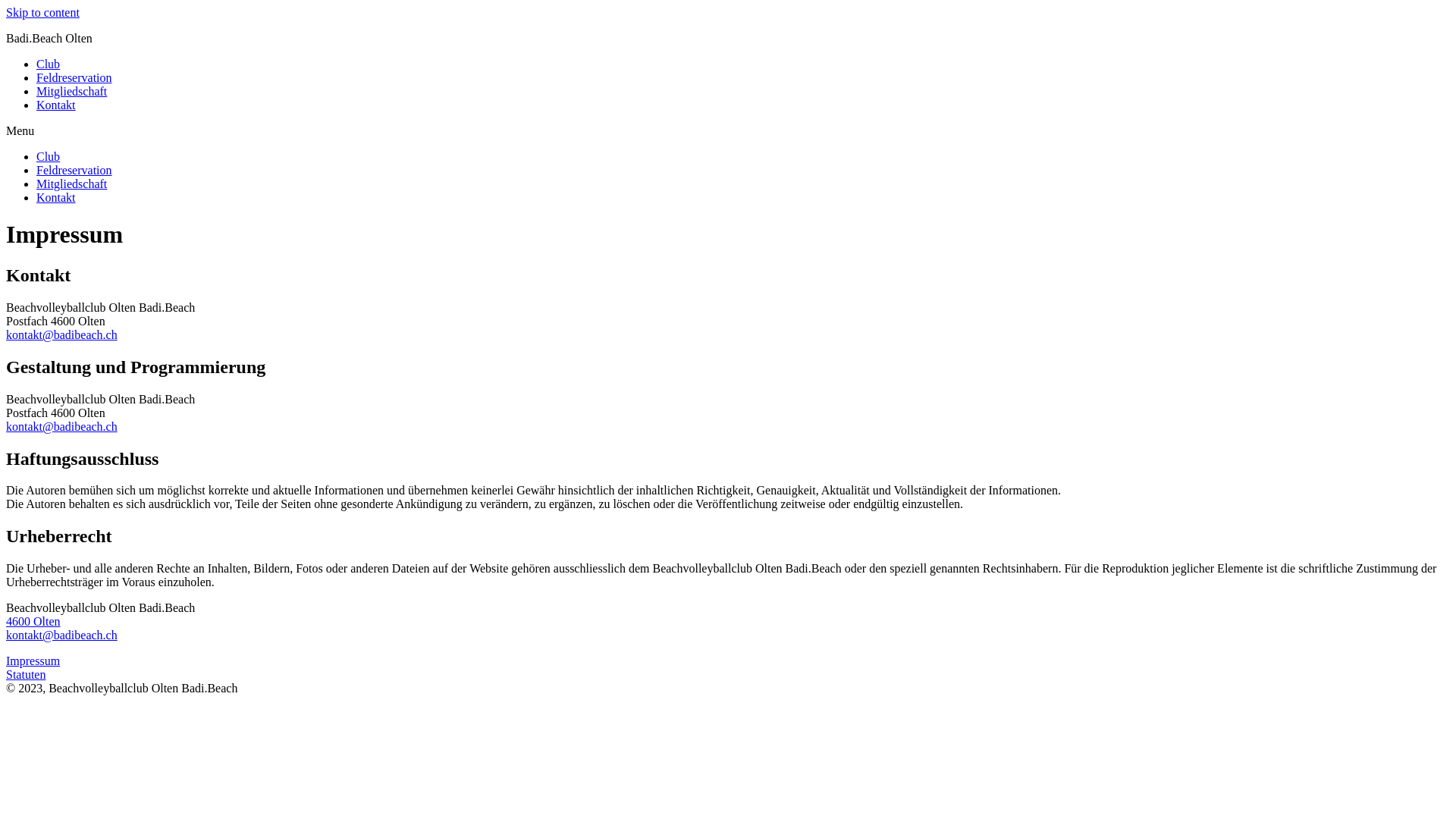 The width and height of the screenshot is (1456, 819). Describe the element at coordinates (71, 183) in the screenshot. I see `'Mitgliedschaft'` at that location.